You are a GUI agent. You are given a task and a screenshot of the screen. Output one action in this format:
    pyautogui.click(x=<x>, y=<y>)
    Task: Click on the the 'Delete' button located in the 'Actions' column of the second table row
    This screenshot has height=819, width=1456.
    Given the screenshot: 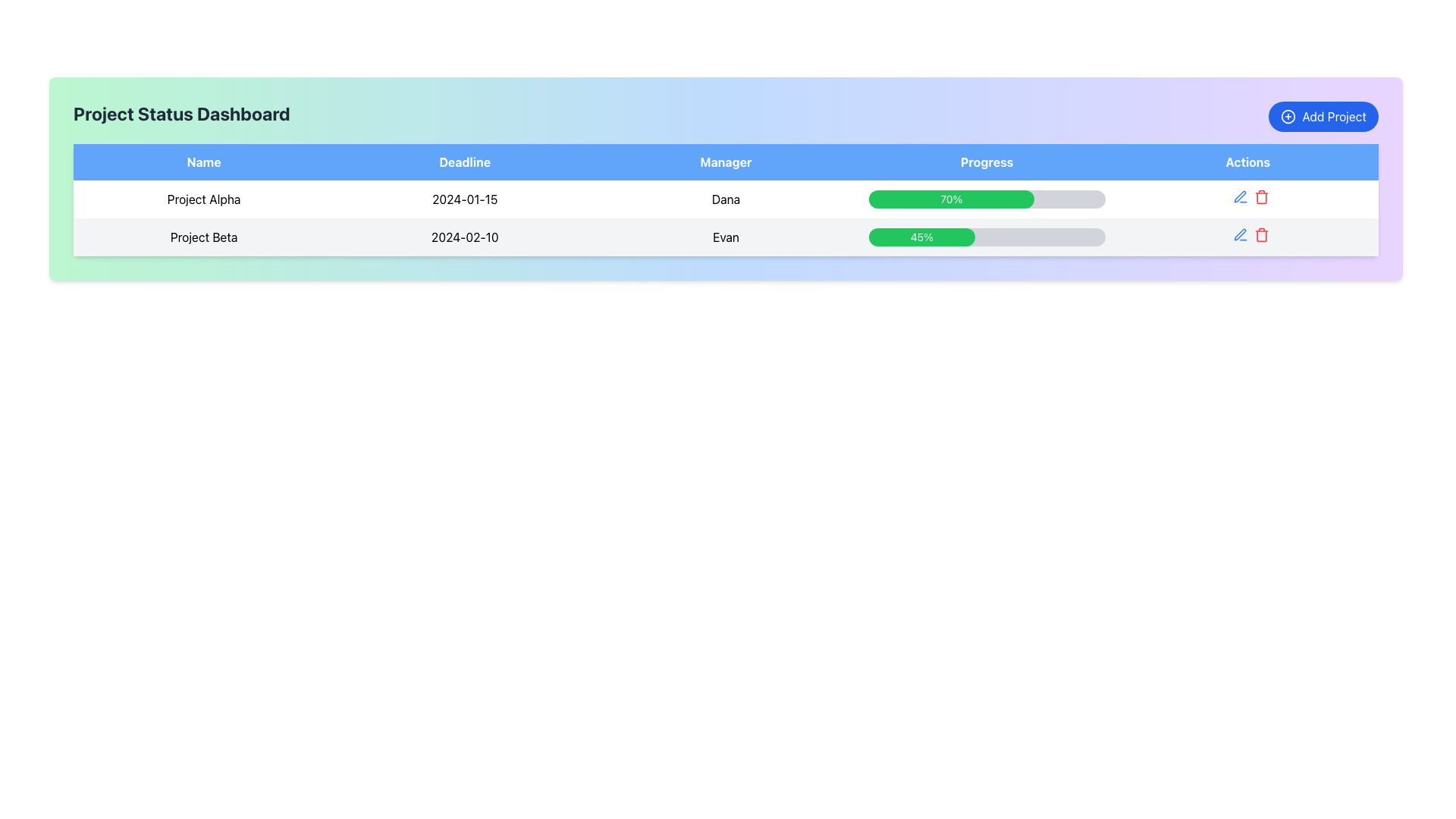 What is the action you would take?
    pyautogui.click(x=1261, y=234)
    